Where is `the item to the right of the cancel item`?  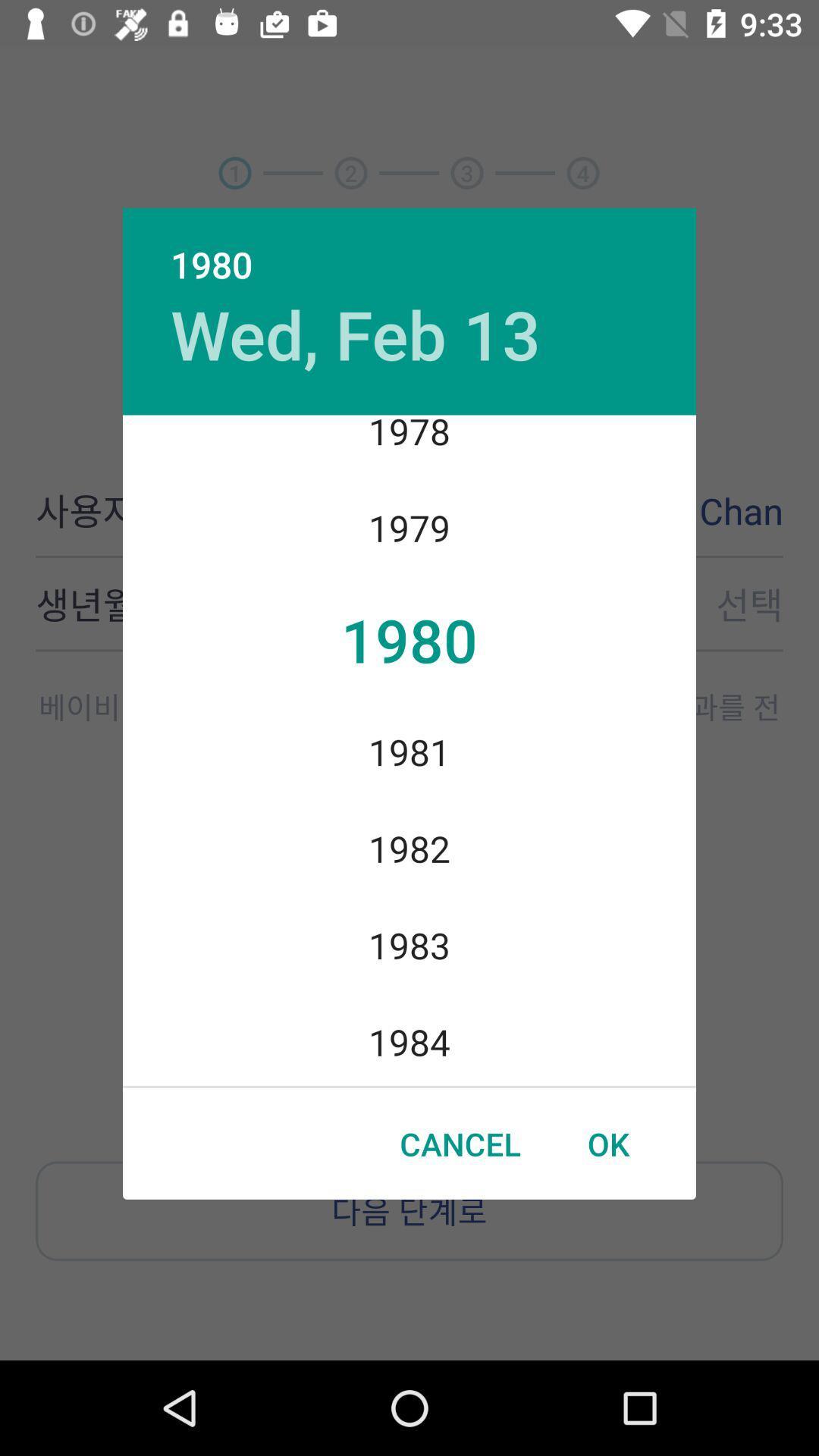 the item to the right of the cancel item is located at coordinates (607, 1144).